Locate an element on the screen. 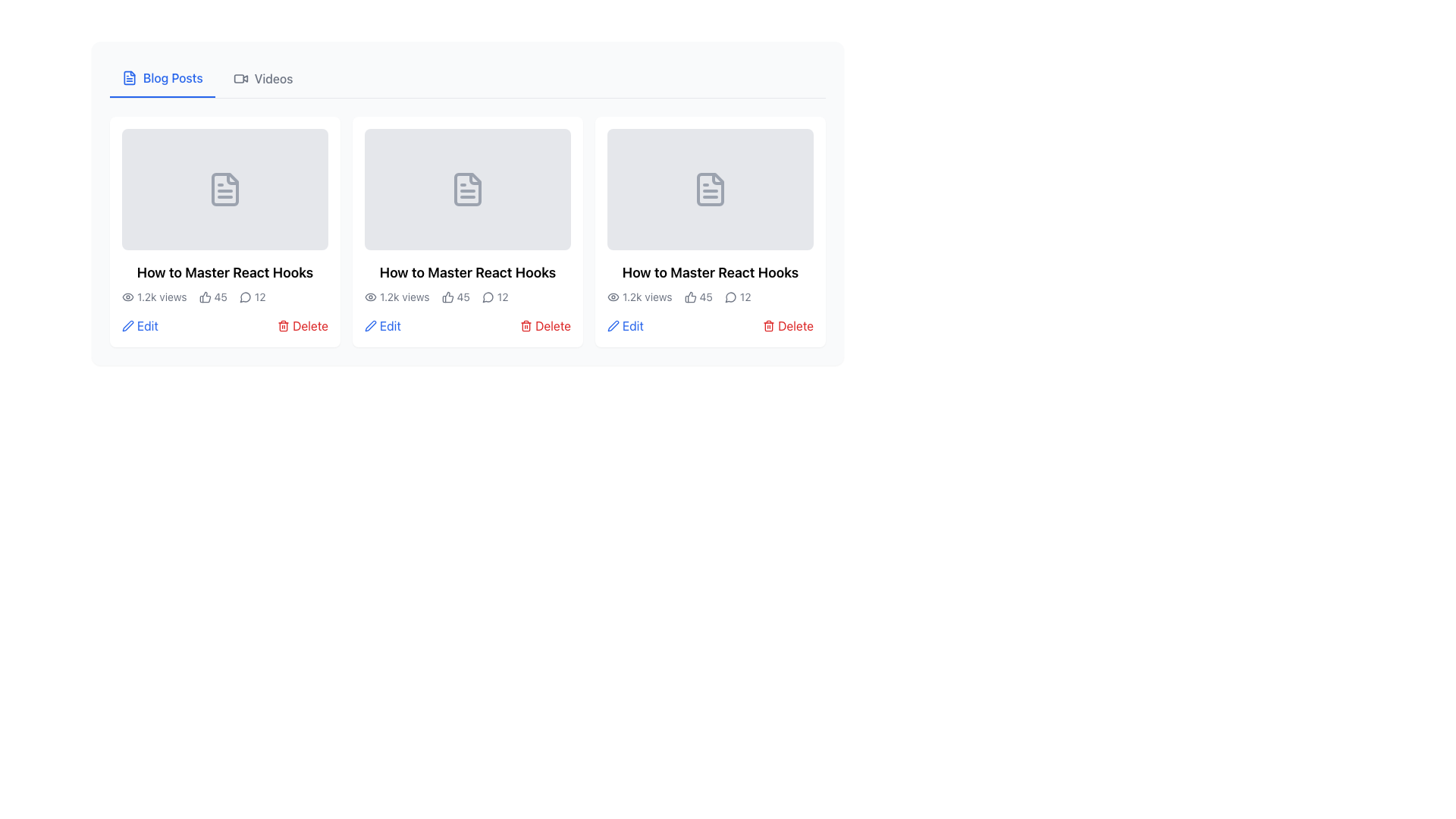 The width and height of the screenshot is (1456, 819). the main file representation icon located in the second card of a horizontal layout, which is part of an icon resembling a document or a file is located at coordinates (709, 189).